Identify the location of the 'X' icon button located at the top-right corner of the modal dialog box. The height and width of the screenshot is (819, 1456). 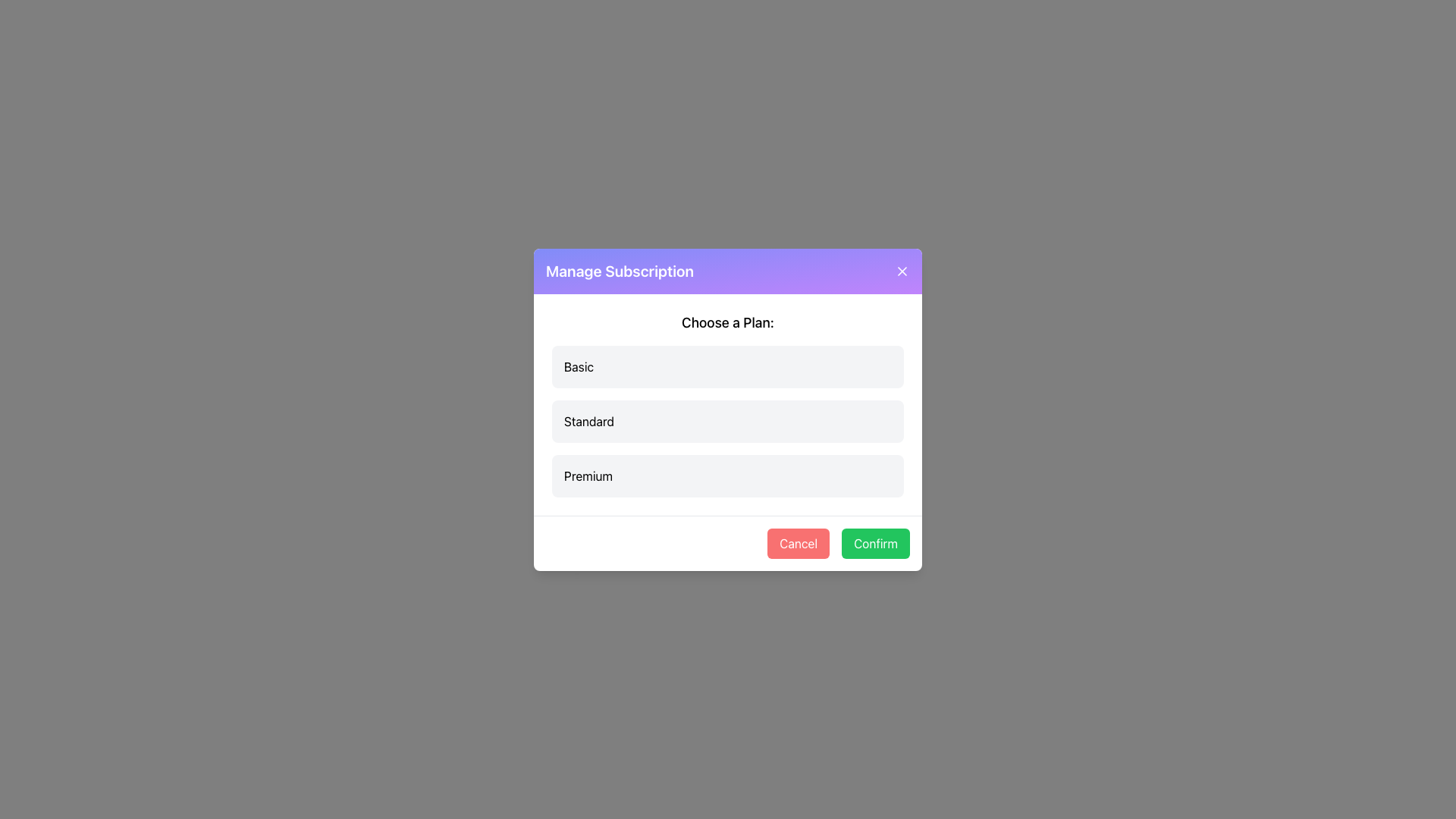
(902, 270).